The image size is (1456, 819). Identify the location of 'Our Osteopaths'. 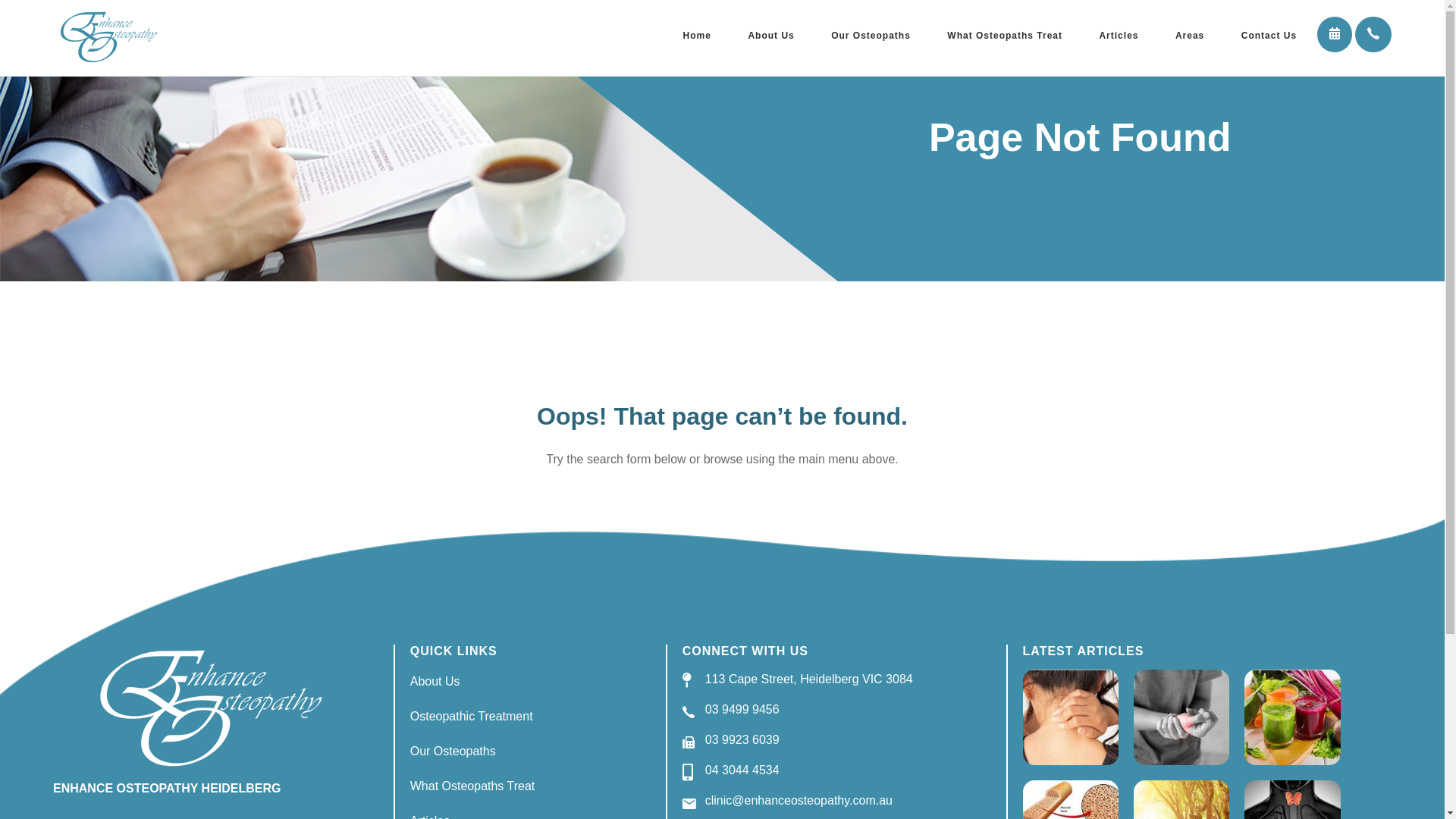
(452, 751).